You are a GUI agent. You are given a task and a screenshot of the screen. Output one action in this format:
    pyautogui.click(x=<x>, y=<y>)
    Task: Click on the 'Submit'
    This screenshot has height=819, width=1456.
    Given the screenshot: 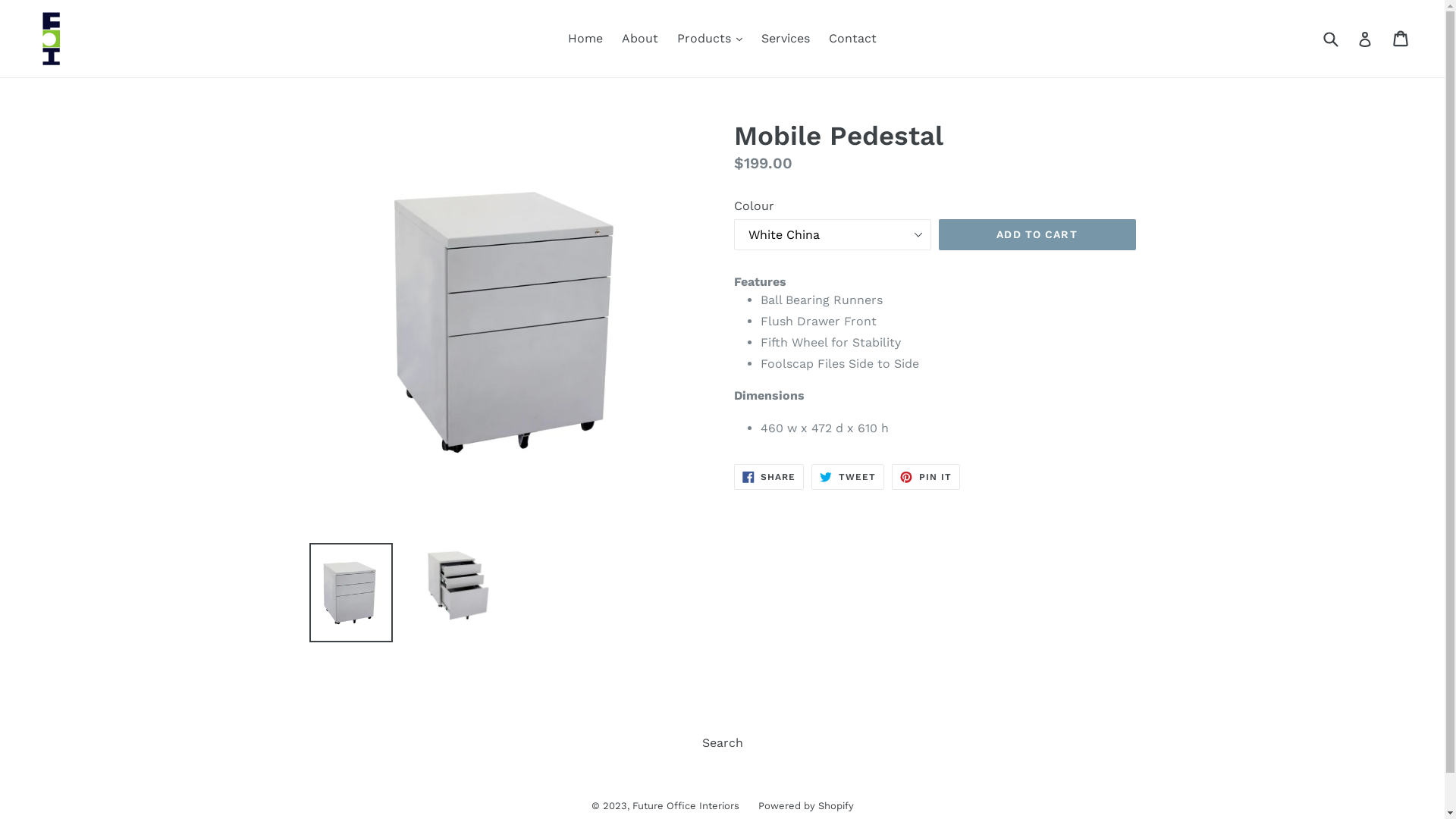 What is the action you would take?
    pyautogui.click(x=1329, y=37)
    